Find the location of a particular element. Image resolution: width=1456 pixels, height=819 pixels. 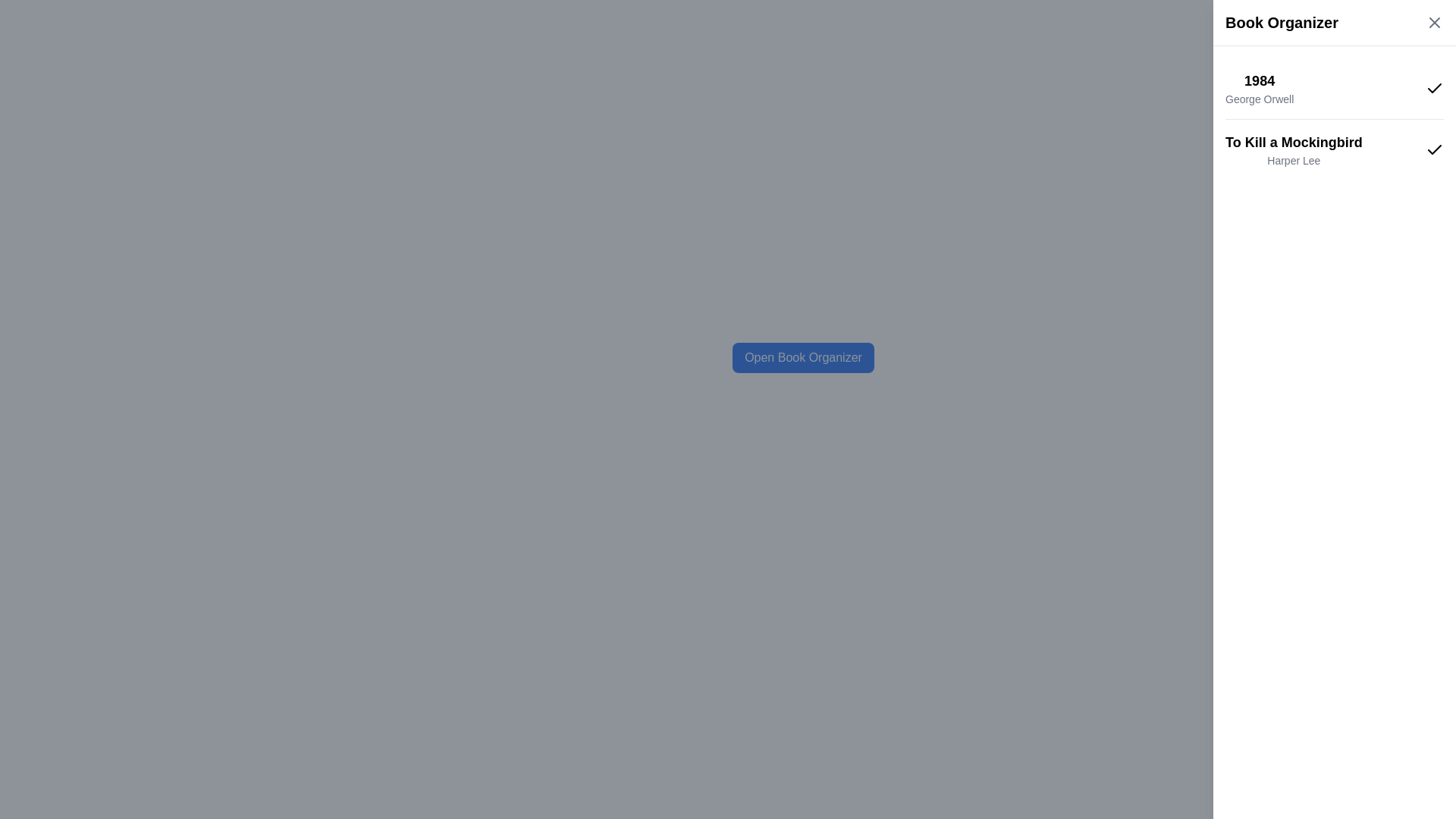

the first book entry in the Book Organizer interface is located at coordinates (1260, 88).